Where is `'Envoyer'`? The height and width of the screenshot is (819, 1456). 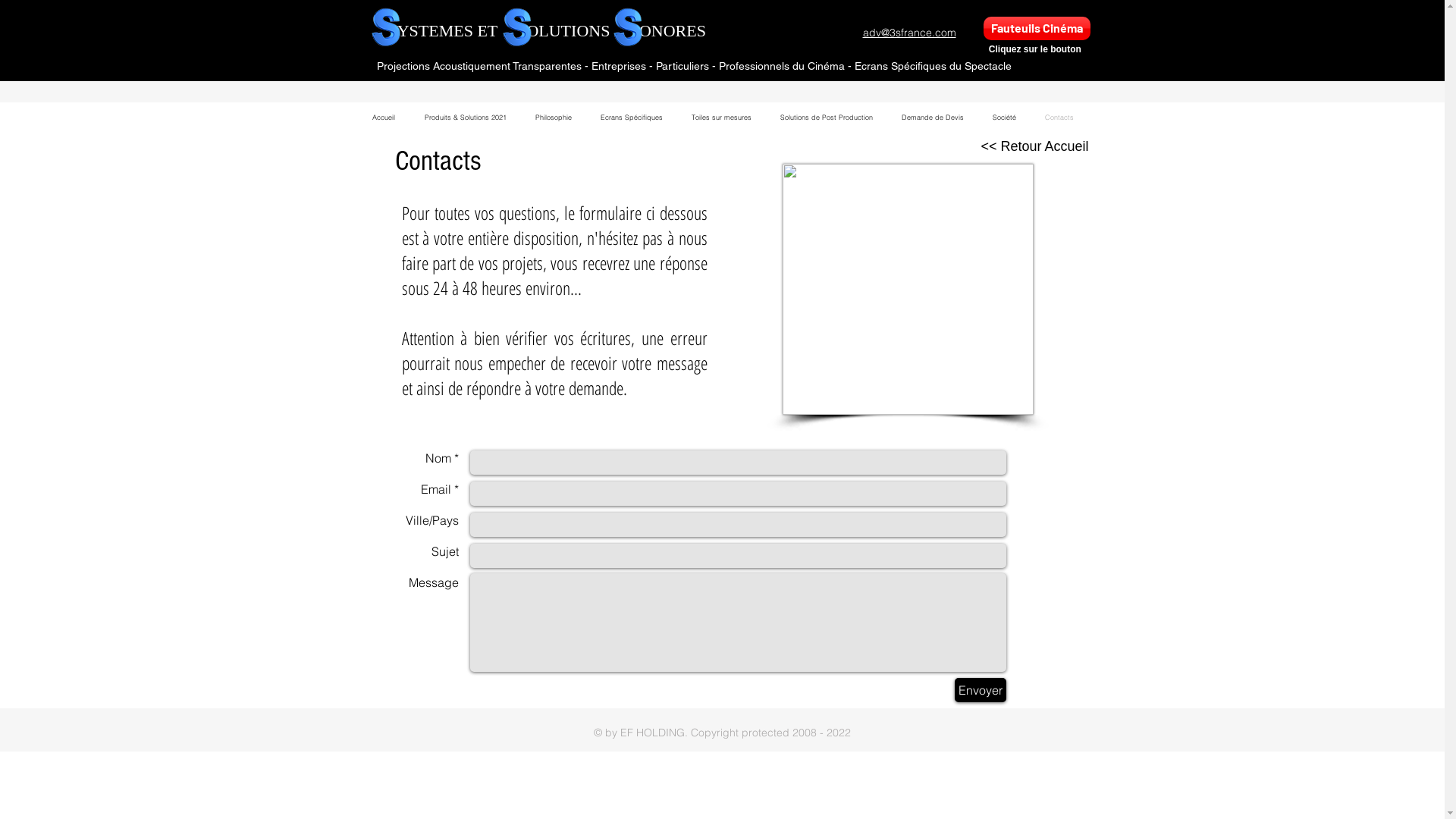
'Envoyer' is located at coordinates (952, 690).